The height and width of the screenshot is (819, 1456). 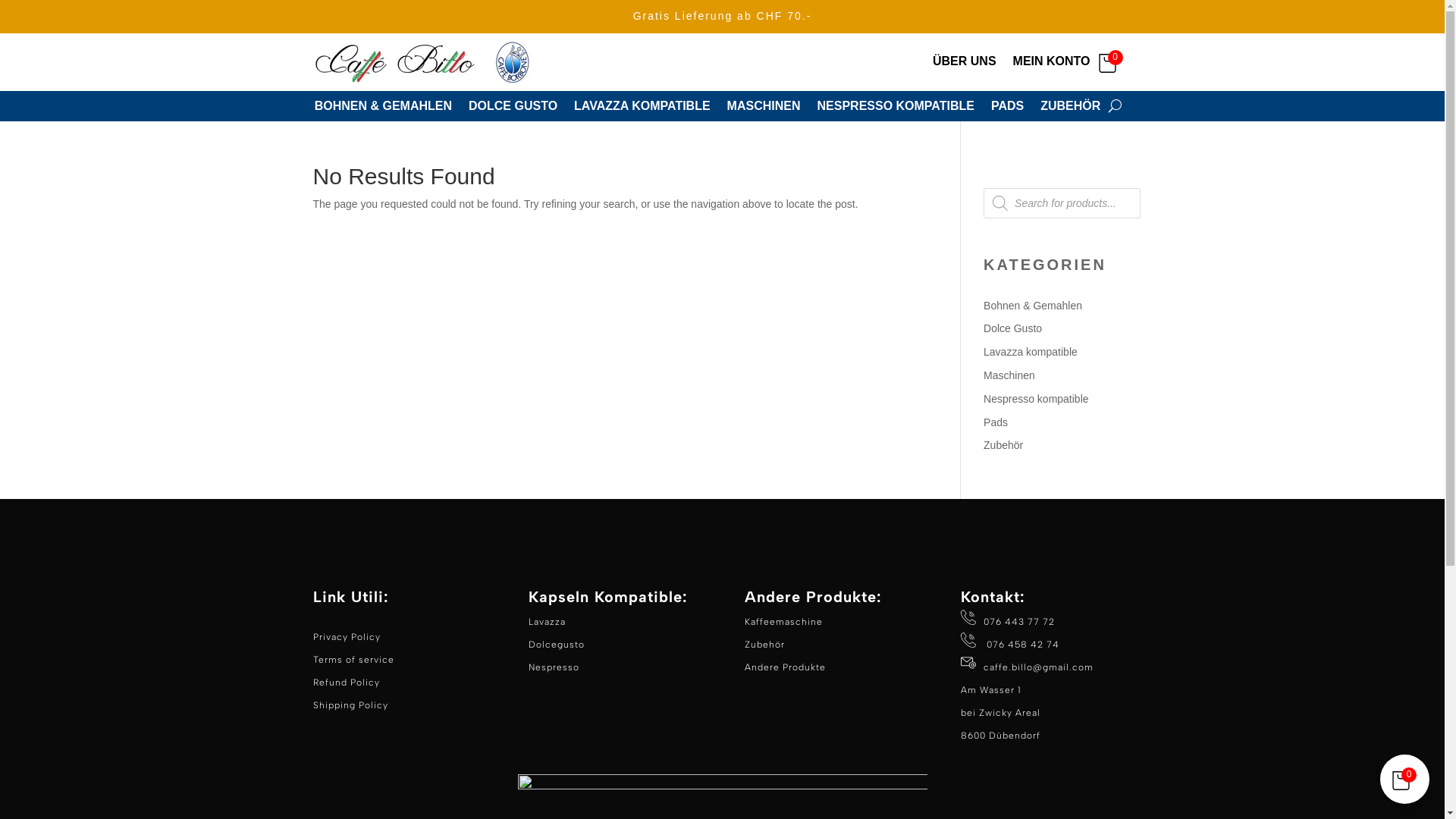 What do you see at coordinates (745, 666) in the screenshot?
I see `'Andere Produkte'` at bounding box center [745, 666].